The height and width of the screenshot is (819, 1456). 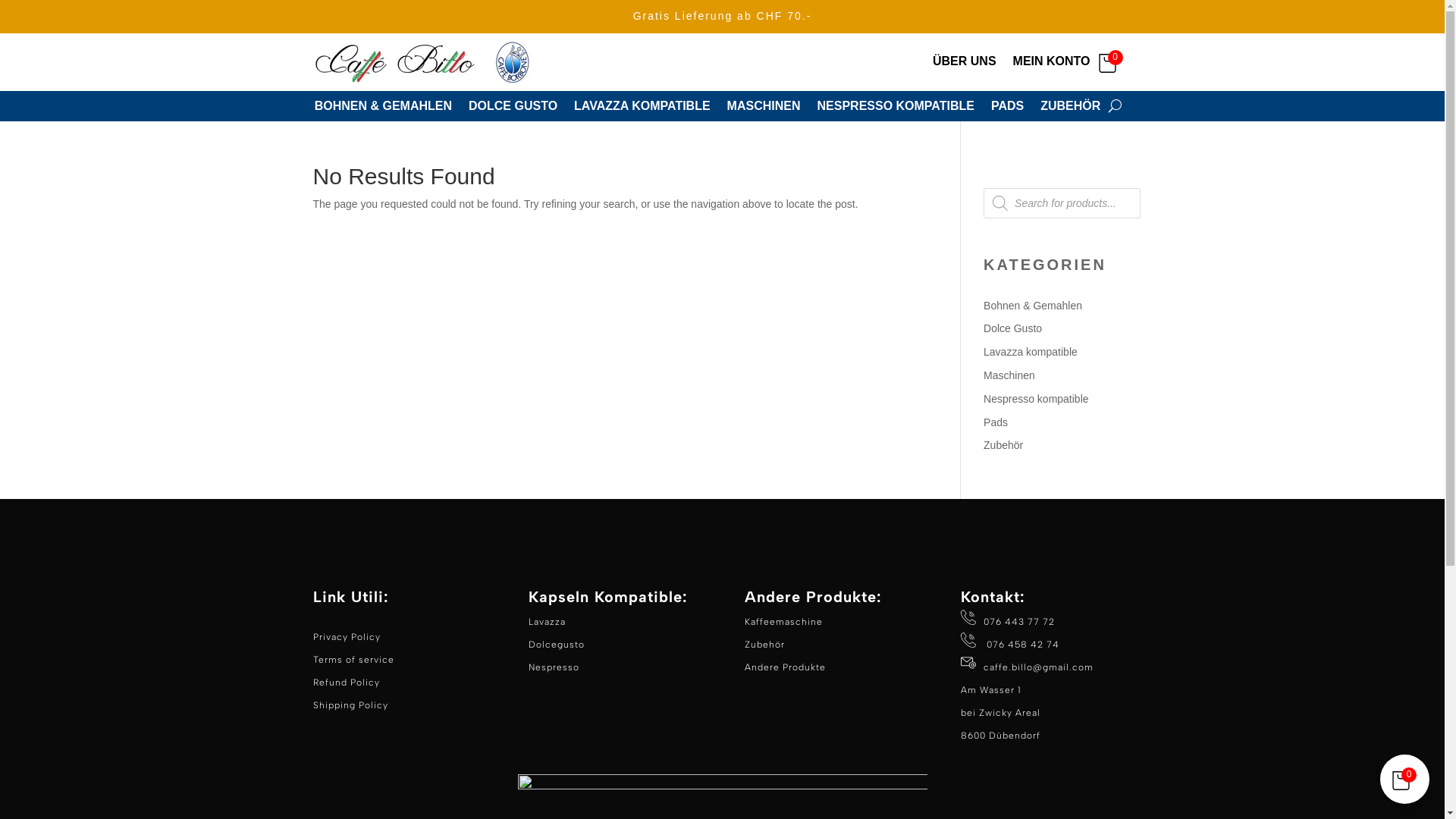 What do you see at coordinates (745, 666) in the screenshot?
I see `'Andere Produkte'` at bounding box center [745, 666].